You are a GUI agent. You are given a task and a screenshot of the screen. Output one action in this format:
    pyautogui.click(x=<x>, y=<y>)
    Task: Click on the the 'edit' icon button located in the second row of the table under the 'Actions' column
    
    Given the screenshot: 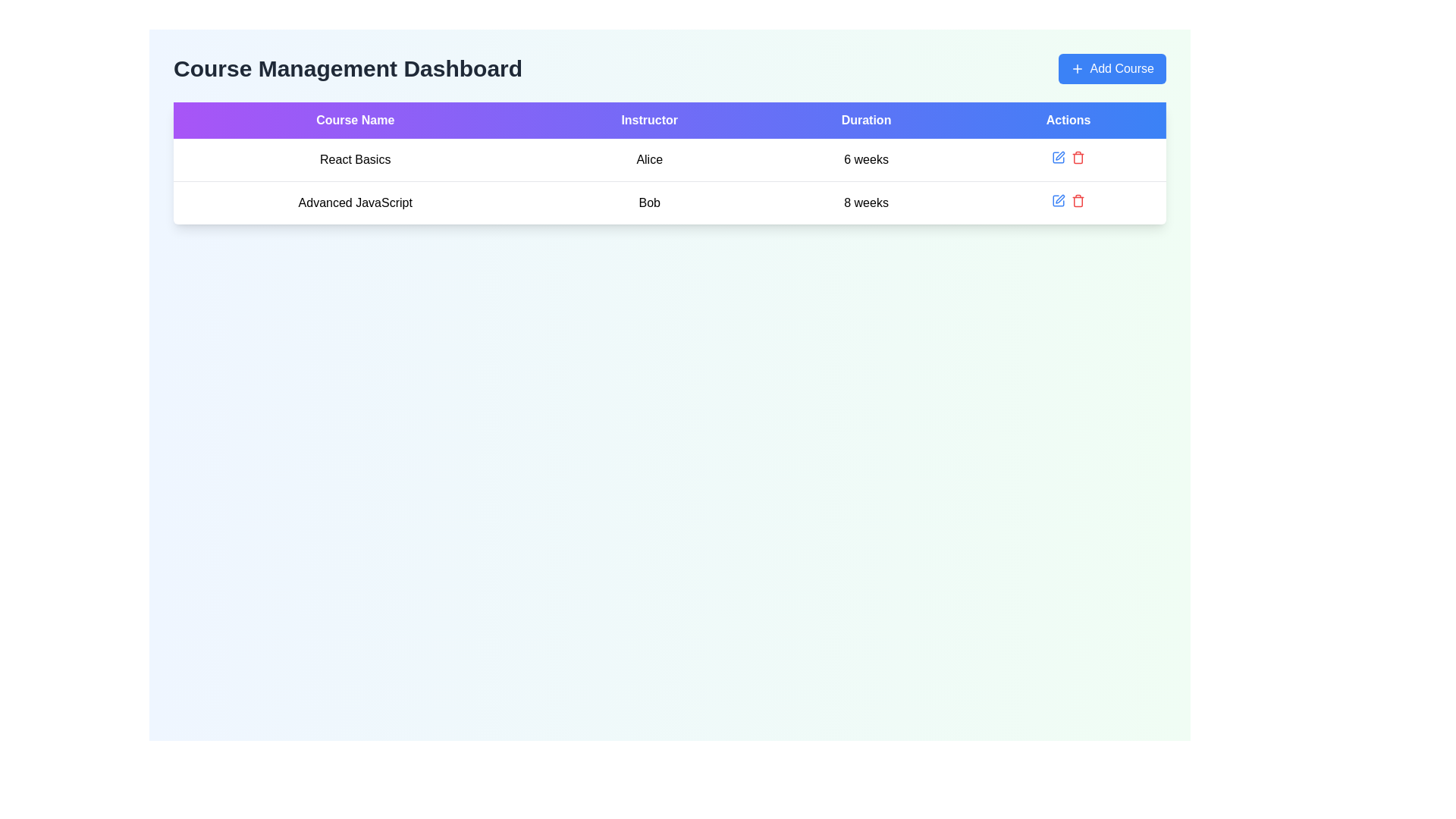 What is the action you would take?
    pyautogui.click(x=1059, y=198)
    